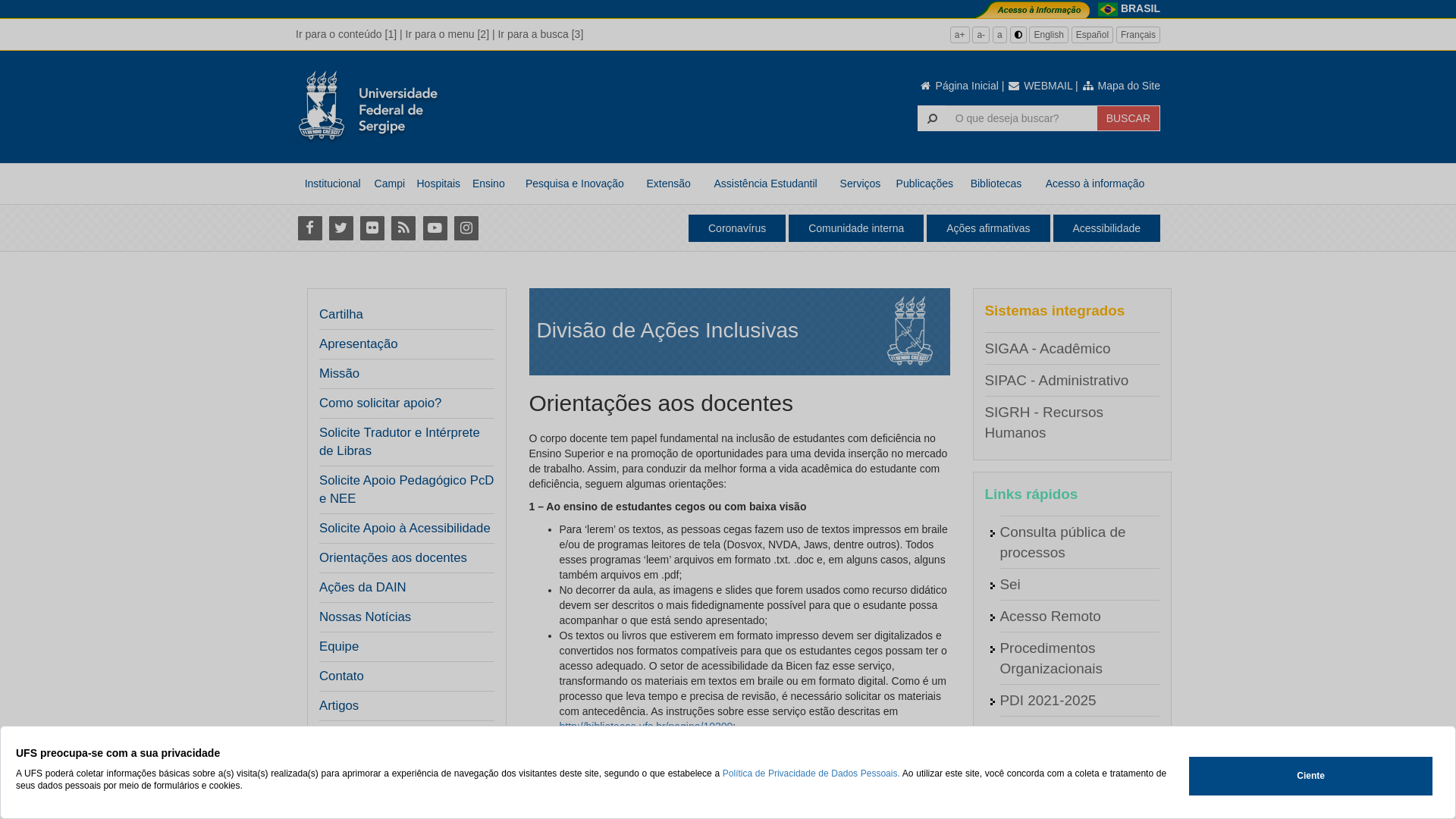 The image size is (1456, 819). I want to click on 'Youtube', so click(434, 227).